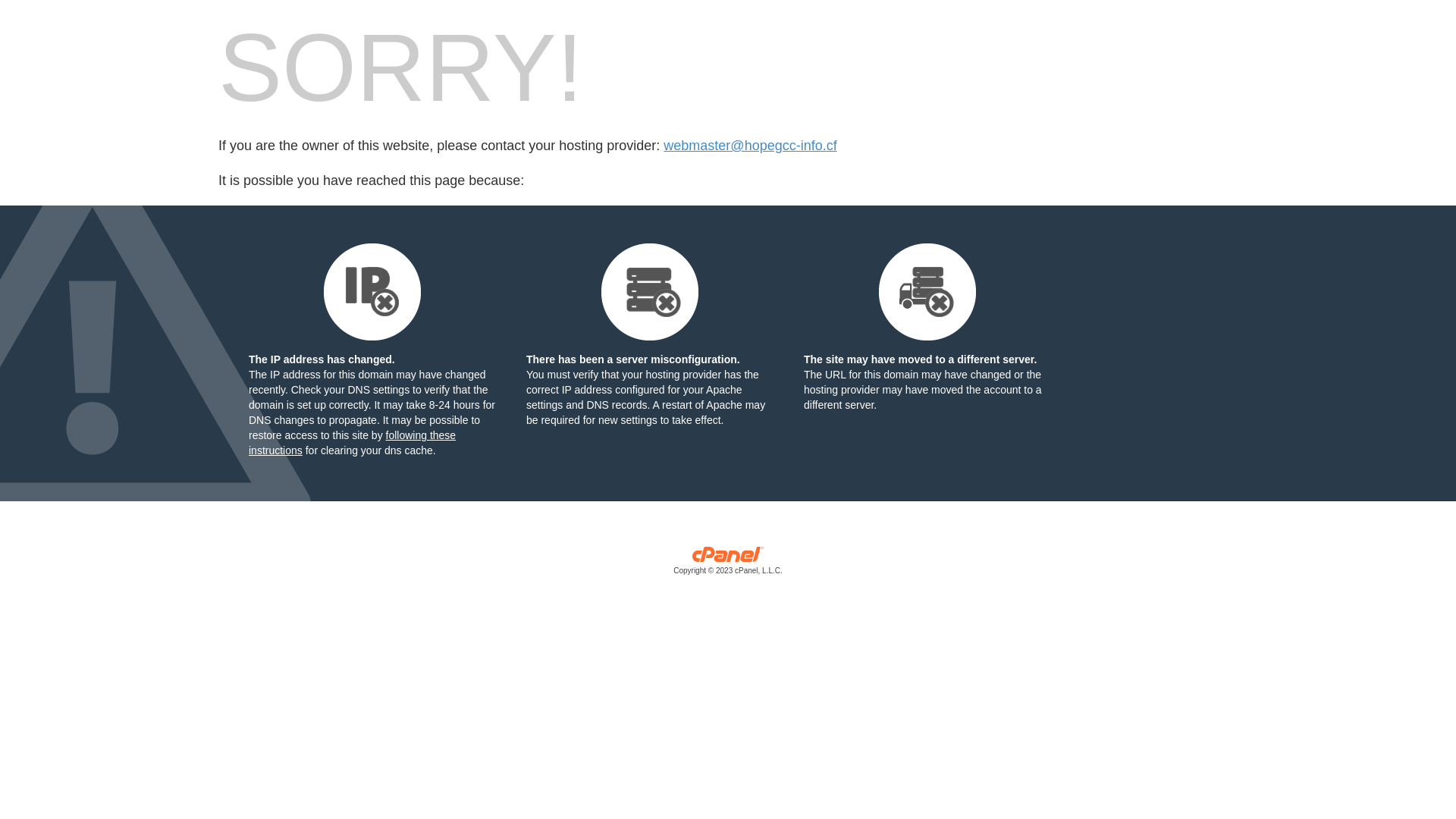 This screenshot has height=819, width=1456. What do you see at coordinates (351, 442) in the screenshot?
I see `'following these instructions'` at bounding box center [351, 442].